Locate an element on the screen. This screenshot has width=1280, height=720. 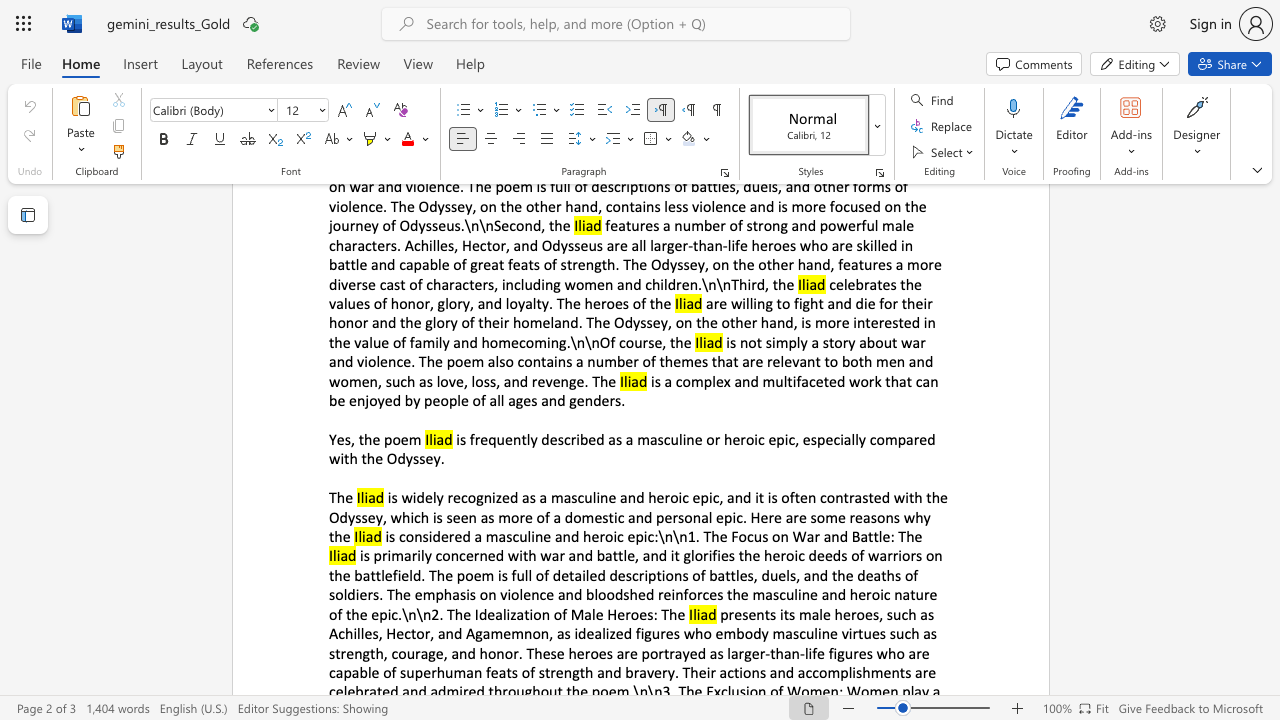
the subset text "heroic epic, and it is often contrasted with the Odyssey, which is seen as more" within the text "is widely recognized as a masculine and heroic epic, and it is often contrasted with the Odyssey, which is seen as more of a domestic and personal epic. Here are some reasons why the" is located at coordinates (648, 496).